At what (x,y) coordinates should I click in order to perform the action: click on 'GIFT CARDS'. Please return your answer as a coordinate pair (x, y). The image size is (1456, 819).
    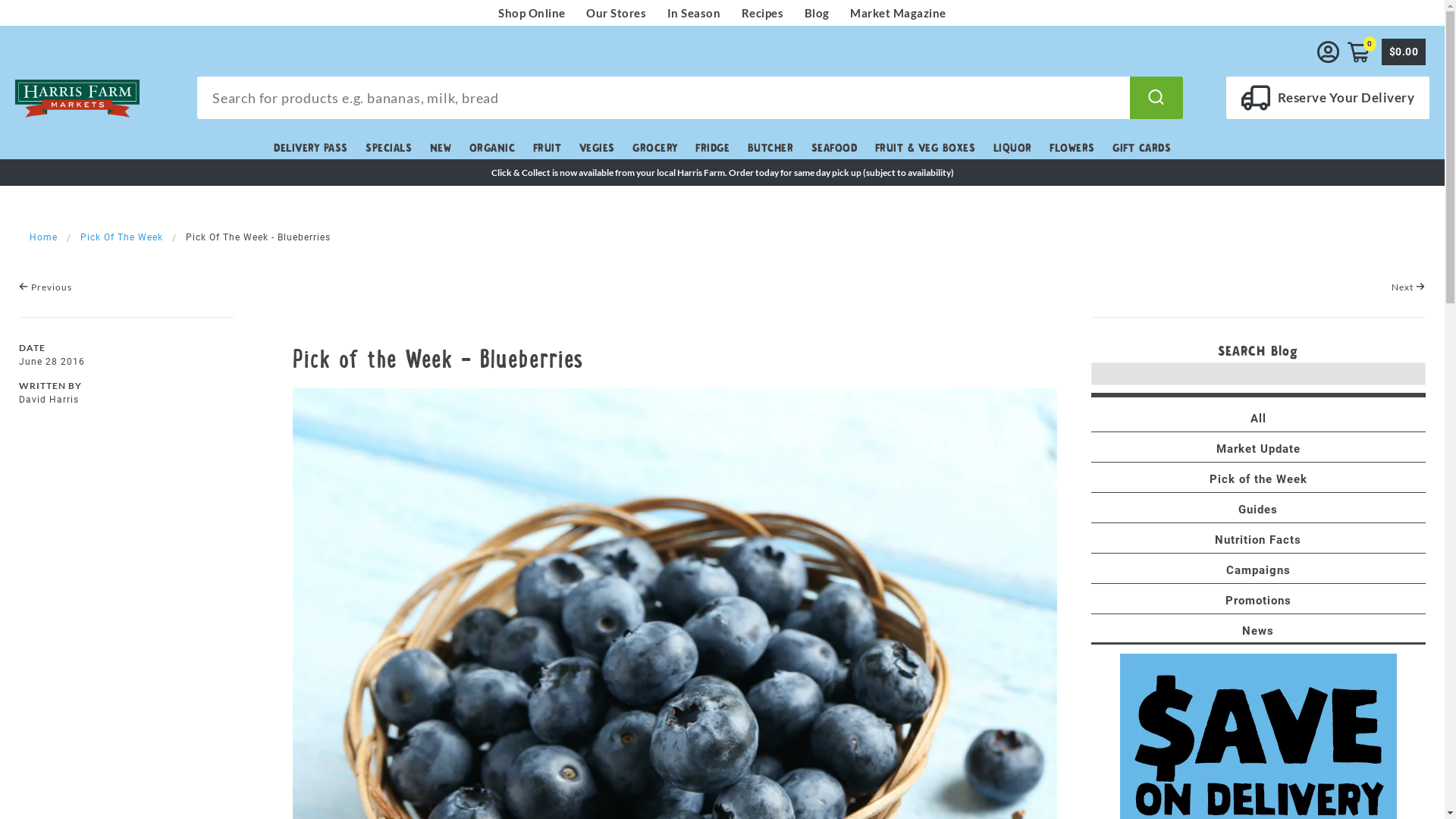
    Looking at the image, I should click on (1141, 148).